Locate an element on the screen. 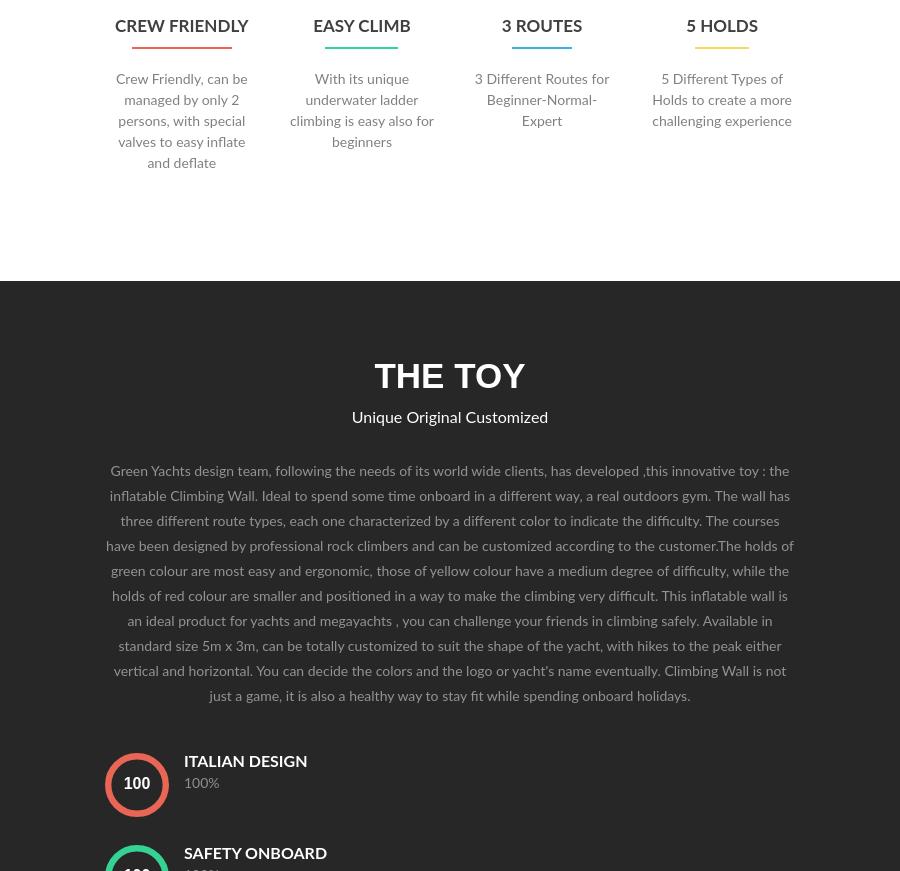 This screenshot has height=871, width=900. '100%' is located at coordinates (201, 783).